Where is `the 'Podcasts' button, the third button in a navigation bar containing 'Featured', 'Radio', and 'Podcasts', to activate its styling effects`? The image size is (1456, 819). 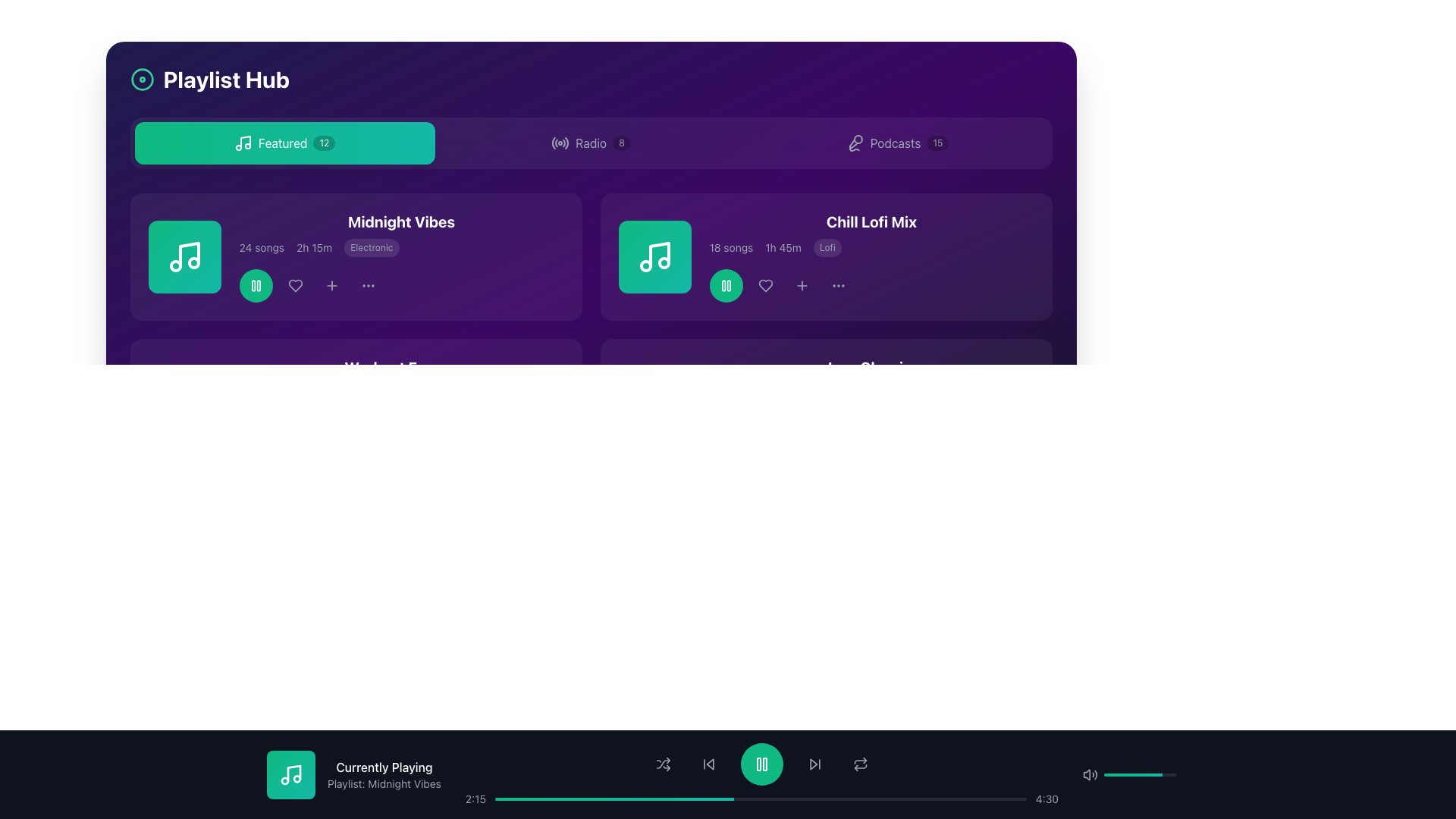 the 'Podcasts' button, the third button in a navigation bar containing 'Featured', 'Radio', and 'Podcasts', to activate its styling effects is located at coordinates (897, 143).